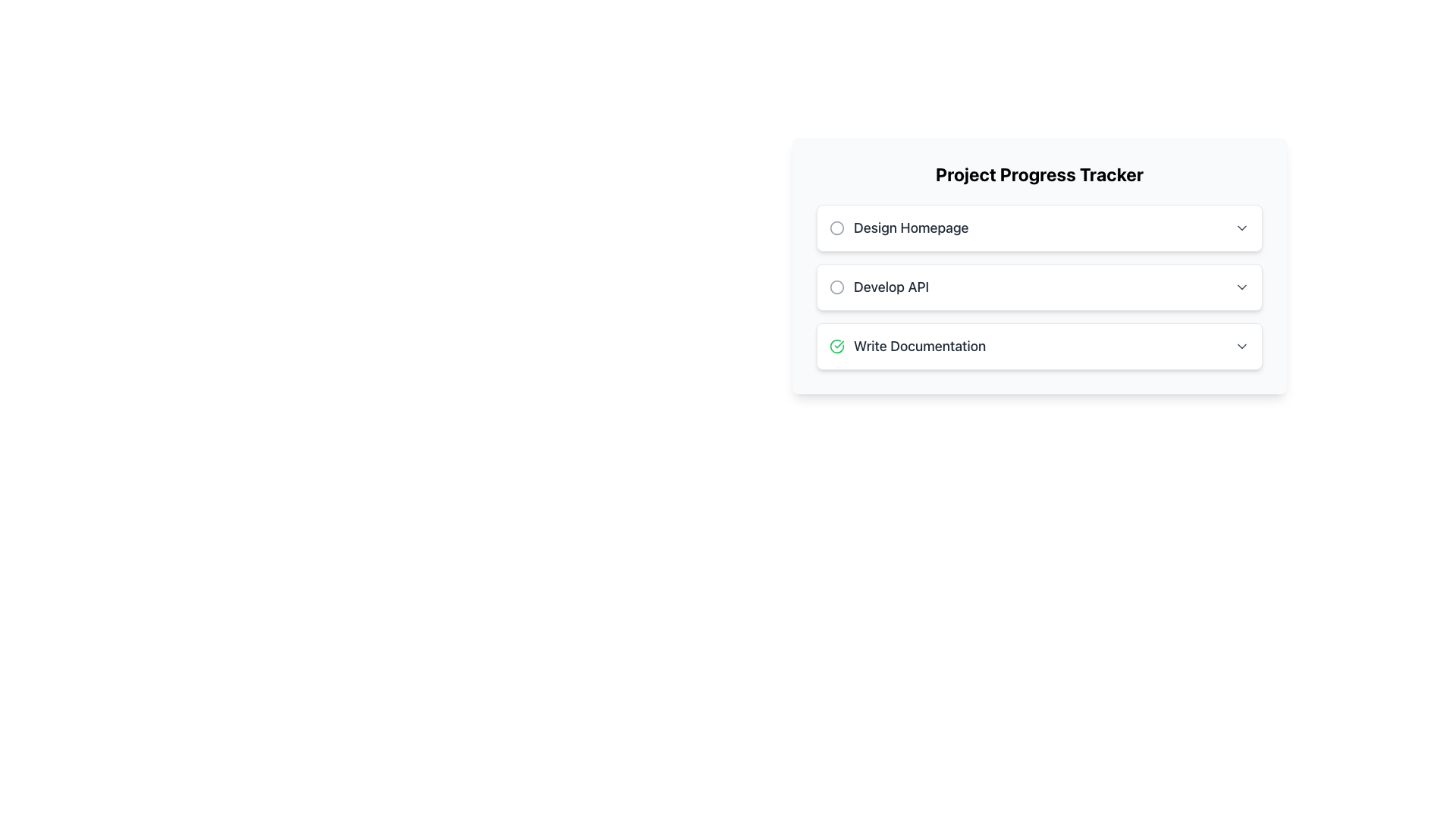 The image size is (1456, 819). I want to click on the circular icon with a thin outline located in the top-left corner of the 'Design Homepage' task in the vertical list of tasks, so click(836, 227).